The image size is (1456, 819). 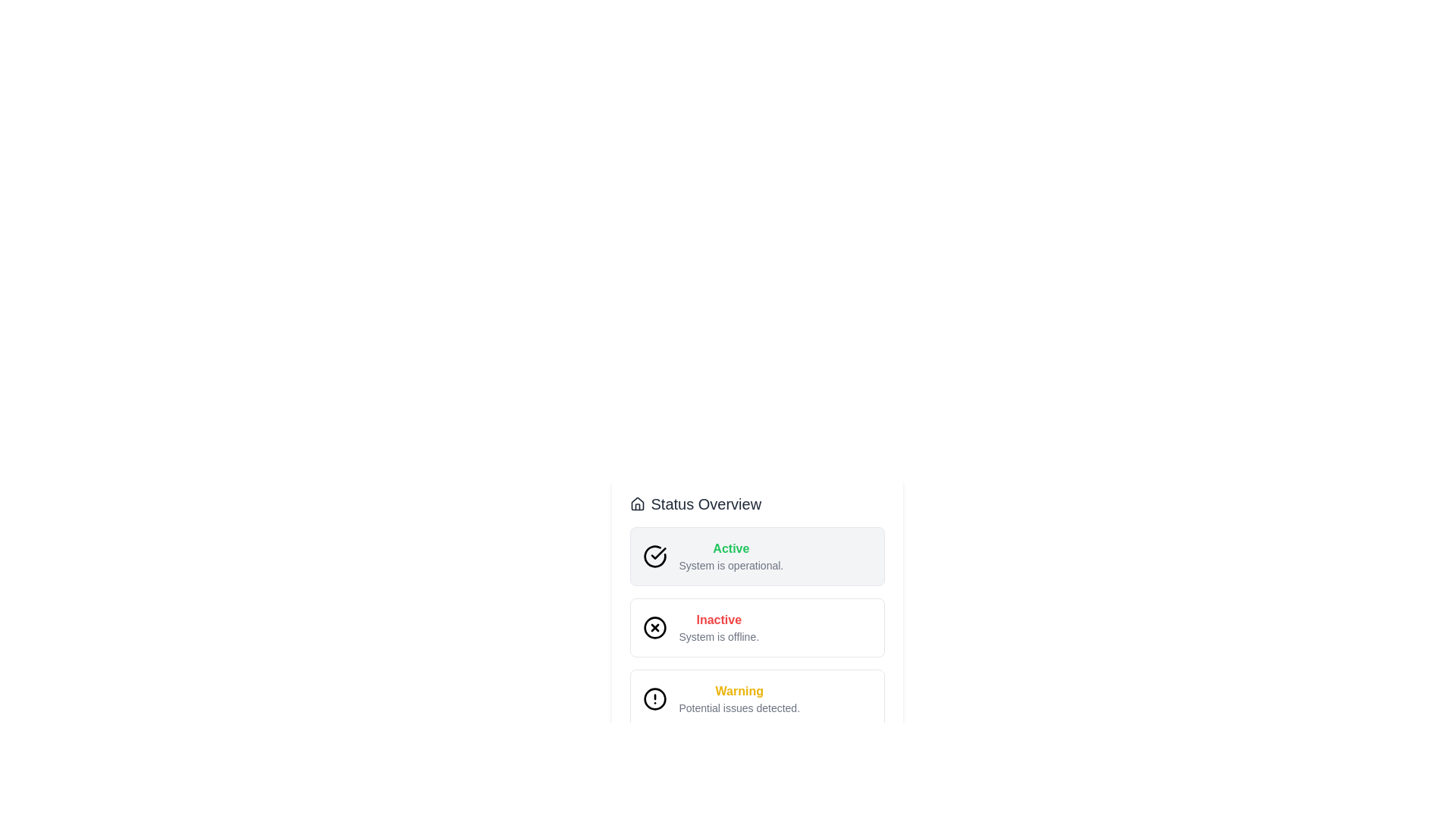 I want to click on the text label displaying 'Potential issues detected.' located beneath the 'Warning' label in the status notification area, so click(x=739, y=708).